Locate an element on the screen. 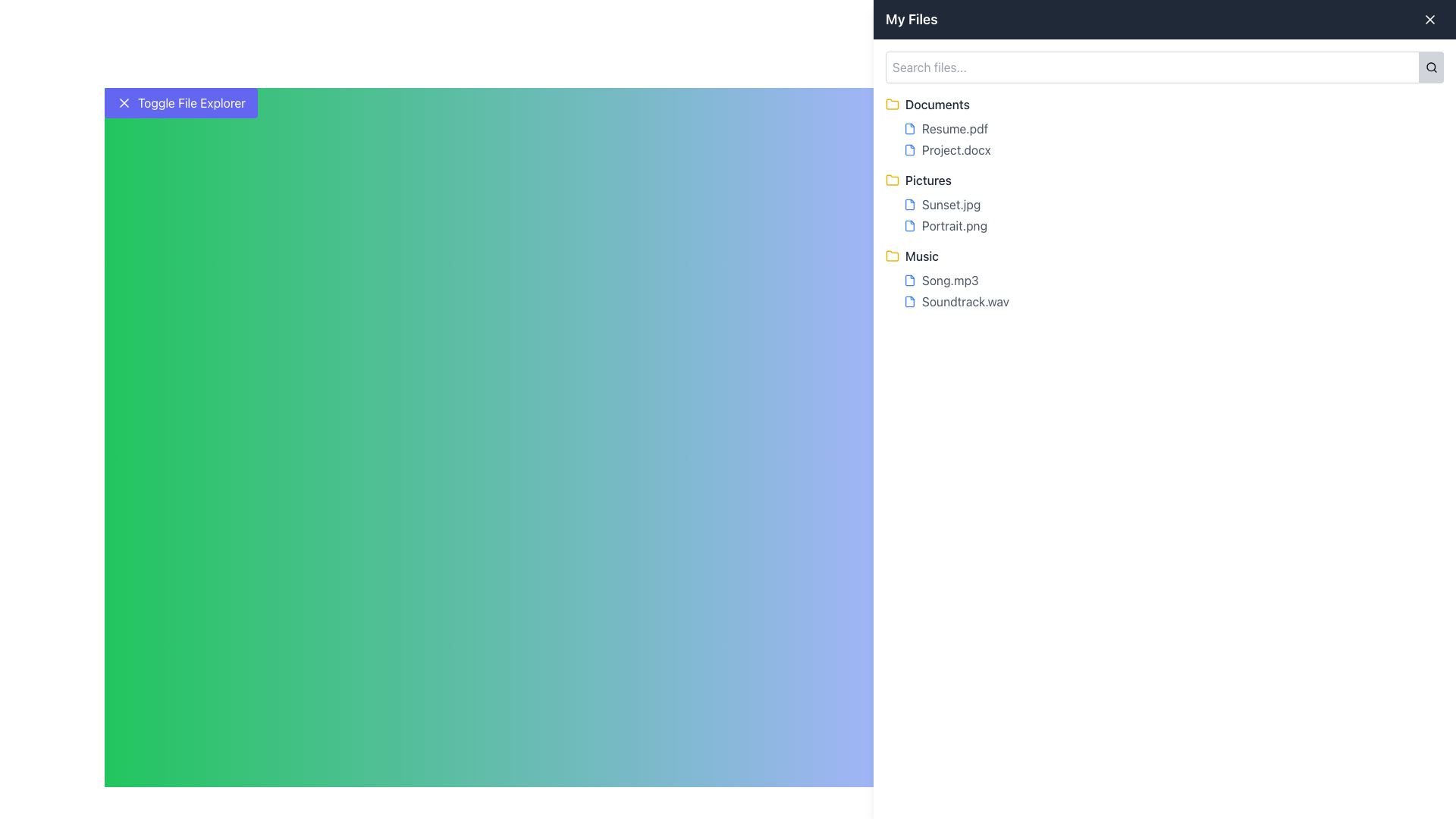  the document icon styled in blue, located next to the filename 'Sunset.jpg' in the 'Pictures' folder is located at coordinates (910, 205).